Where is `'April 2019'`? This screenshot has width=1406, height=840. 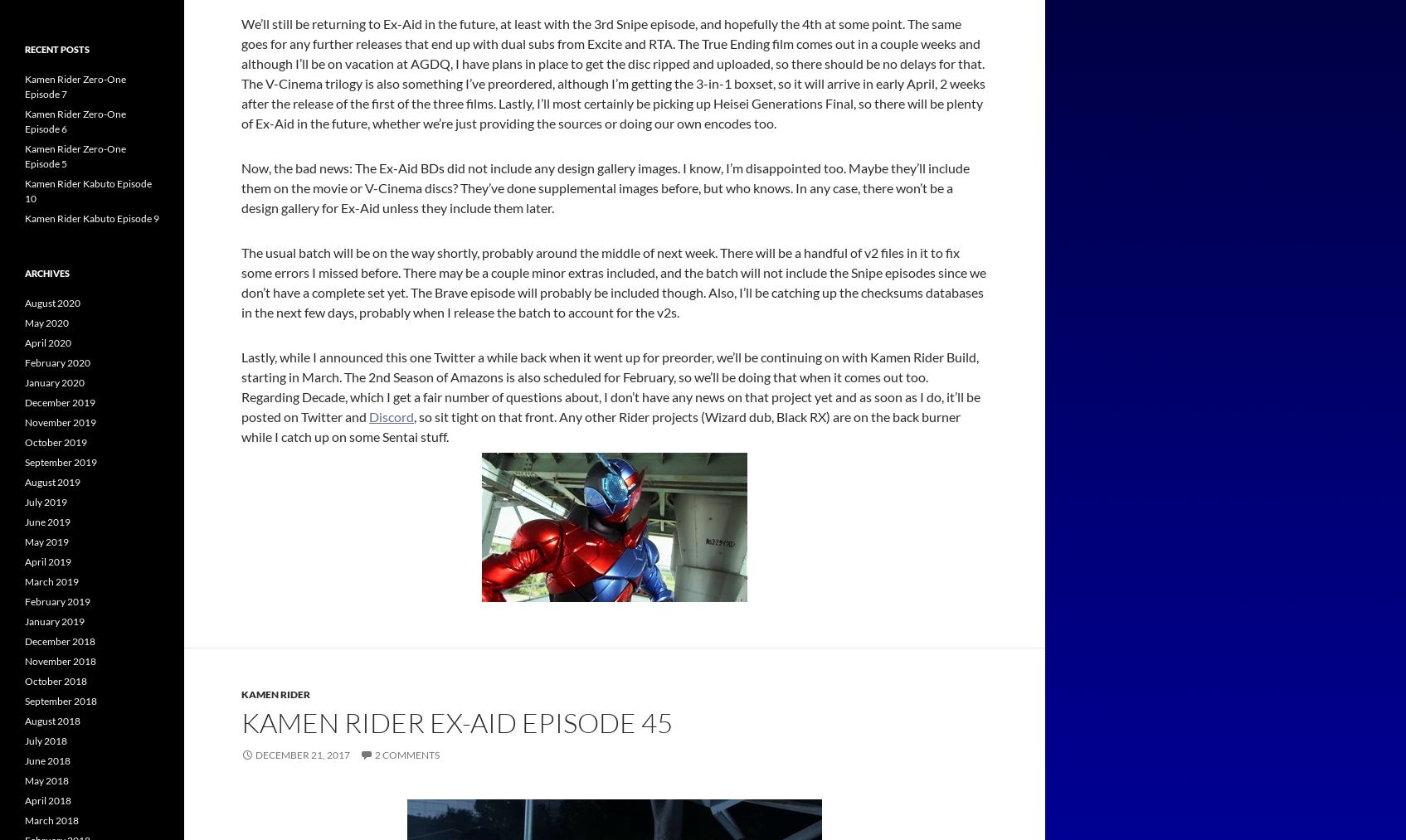 'April 2019' is located at coordinates (47, 561).